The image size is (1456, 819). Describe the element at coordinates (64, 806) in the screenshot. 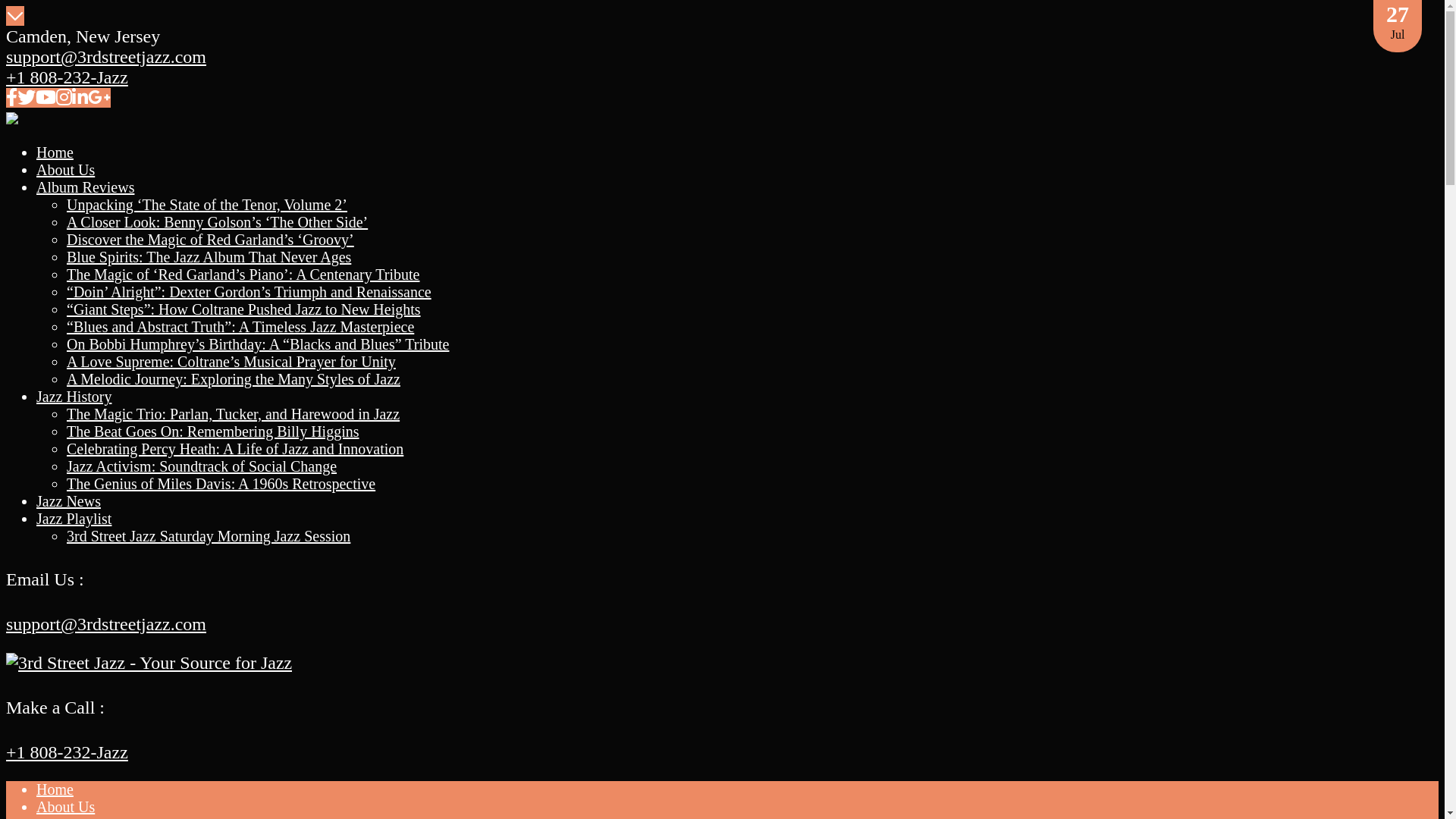

I see `'About Us'` at that location.